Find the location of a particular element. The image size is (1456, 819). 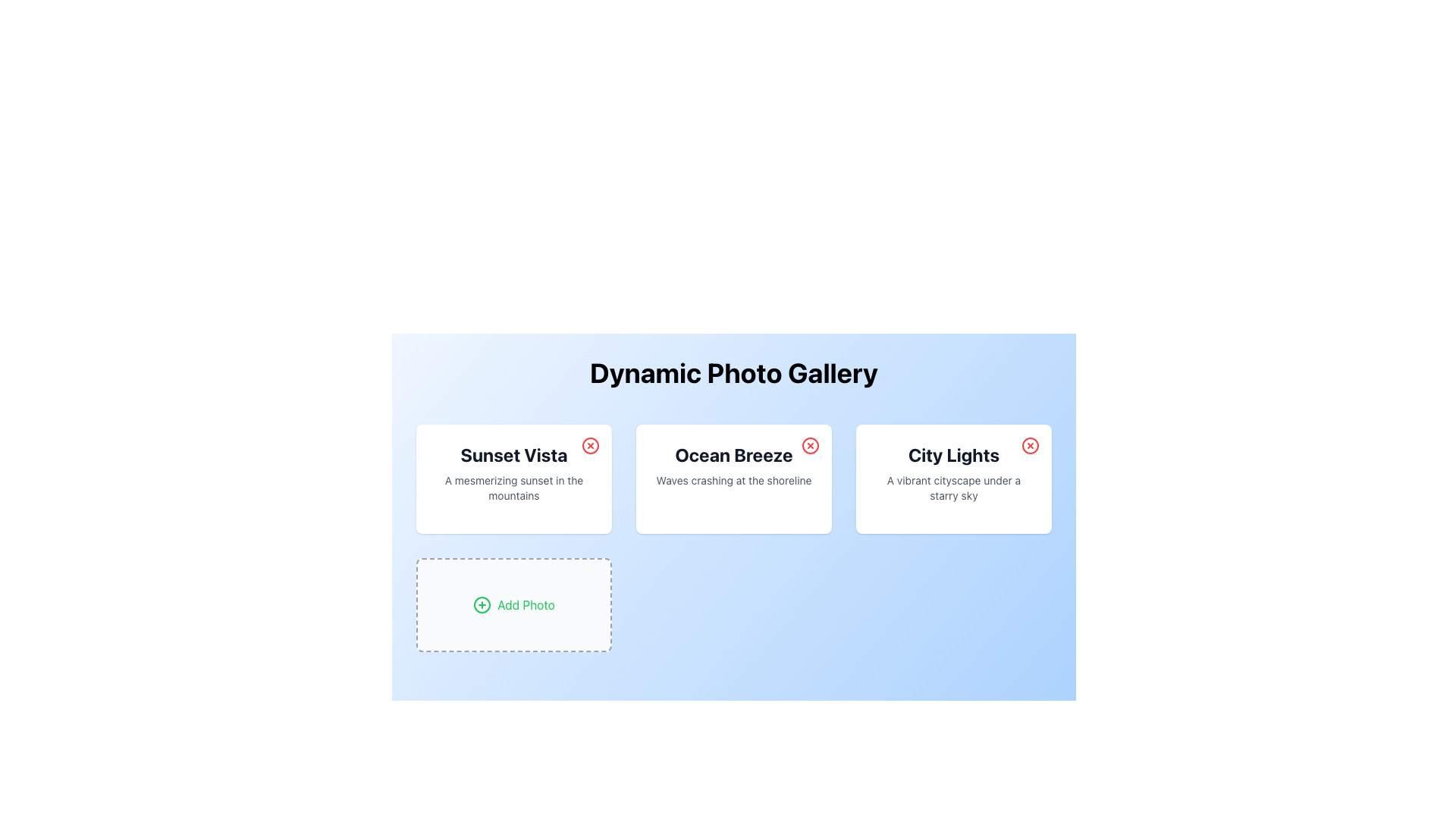

the button located in the first column of the last row of a grid layout beneath the 'Sunset Vista' entry is located at coordinates (513, 604).